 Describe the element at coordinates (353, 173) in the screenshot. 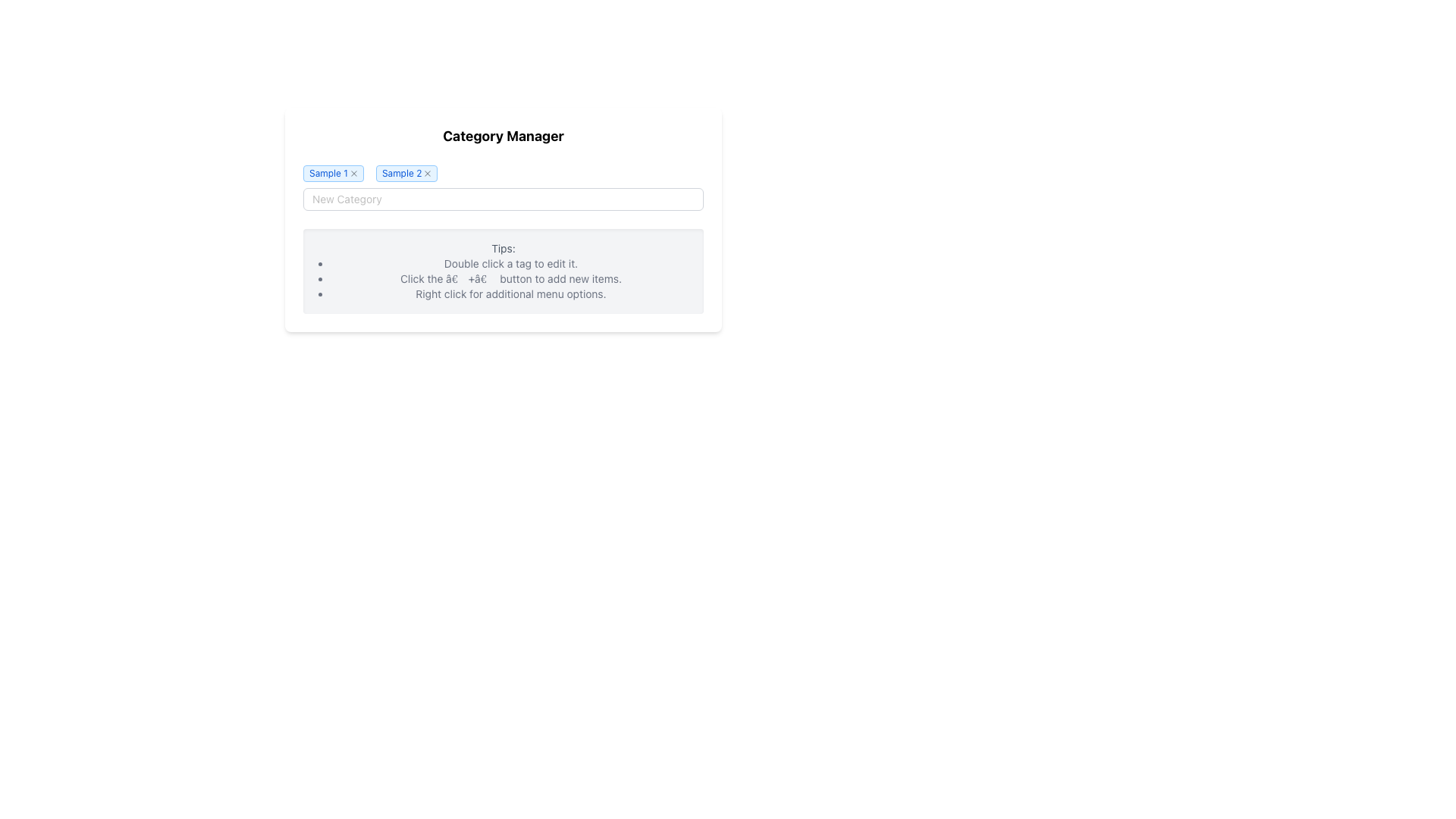

I see `the Close button icon, which is a gray 'x' symbol located inside the 'Sample 1' tag` at that location.